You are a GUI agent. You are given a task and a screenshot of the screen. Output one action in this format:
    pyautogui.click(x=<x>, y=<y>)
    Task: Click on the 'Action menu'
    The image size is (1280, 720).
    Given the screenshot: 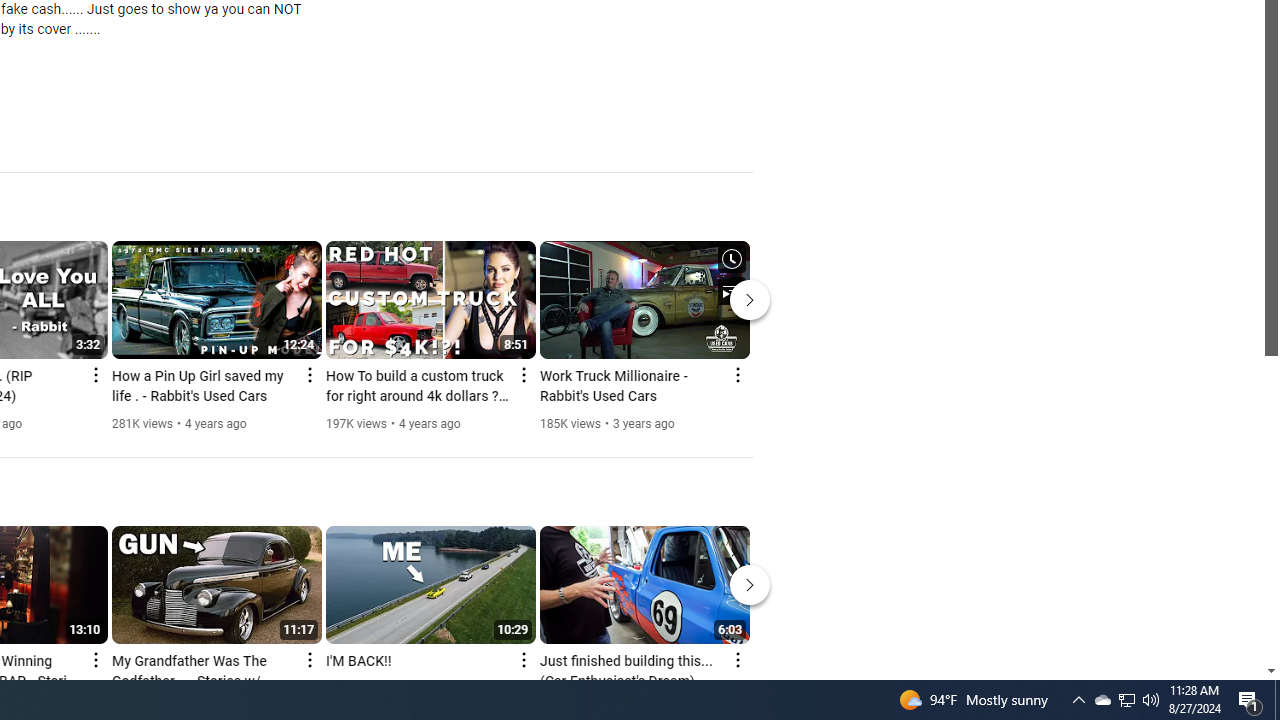 What is the action you would take?
    pyautogui.click(x=736, y=659)
    